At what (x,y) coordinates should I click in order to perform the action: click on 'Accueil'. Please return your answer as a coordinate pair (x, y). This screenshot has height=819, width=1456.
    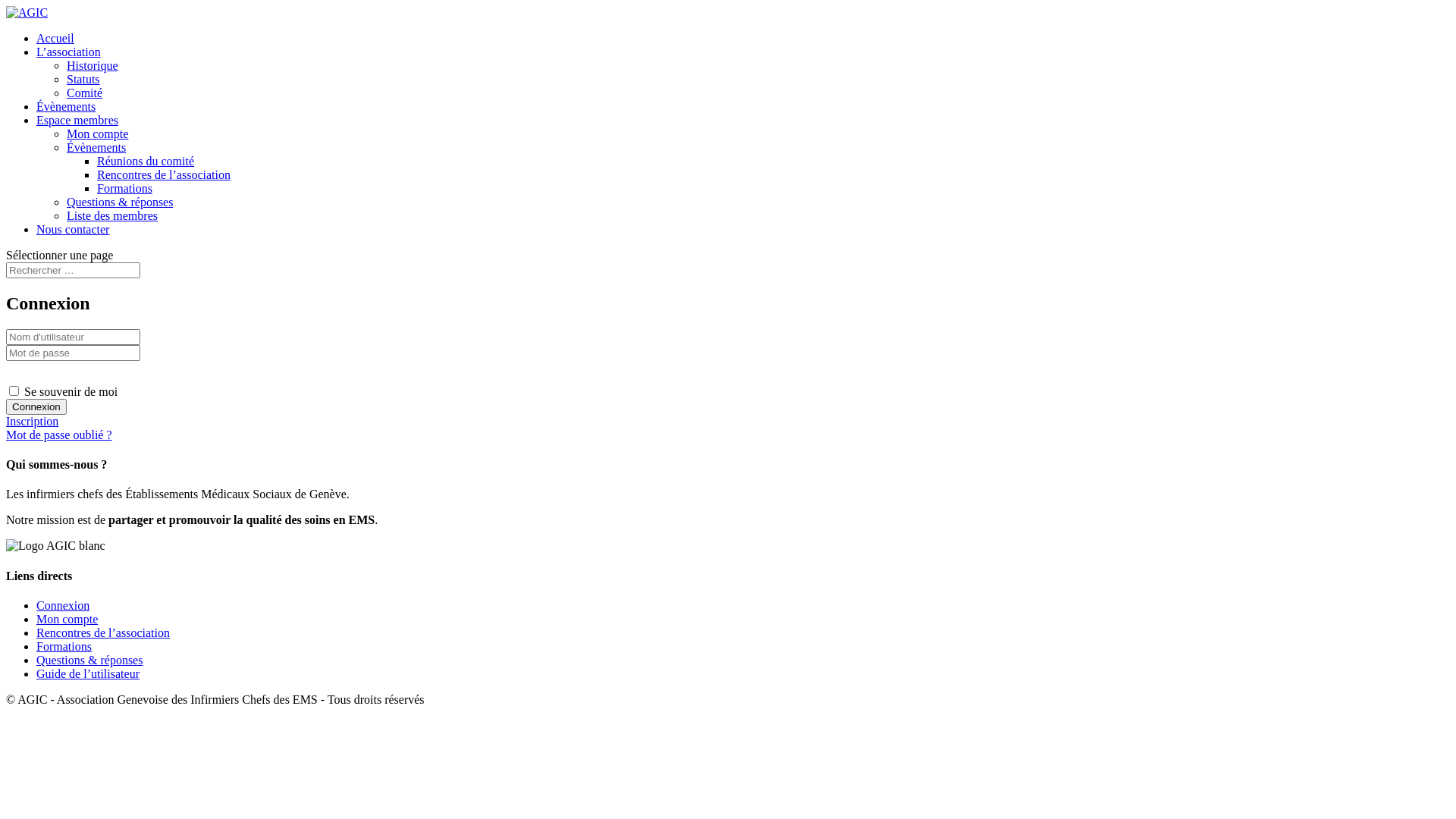
    Looking at the image, I should click on (36, 37).